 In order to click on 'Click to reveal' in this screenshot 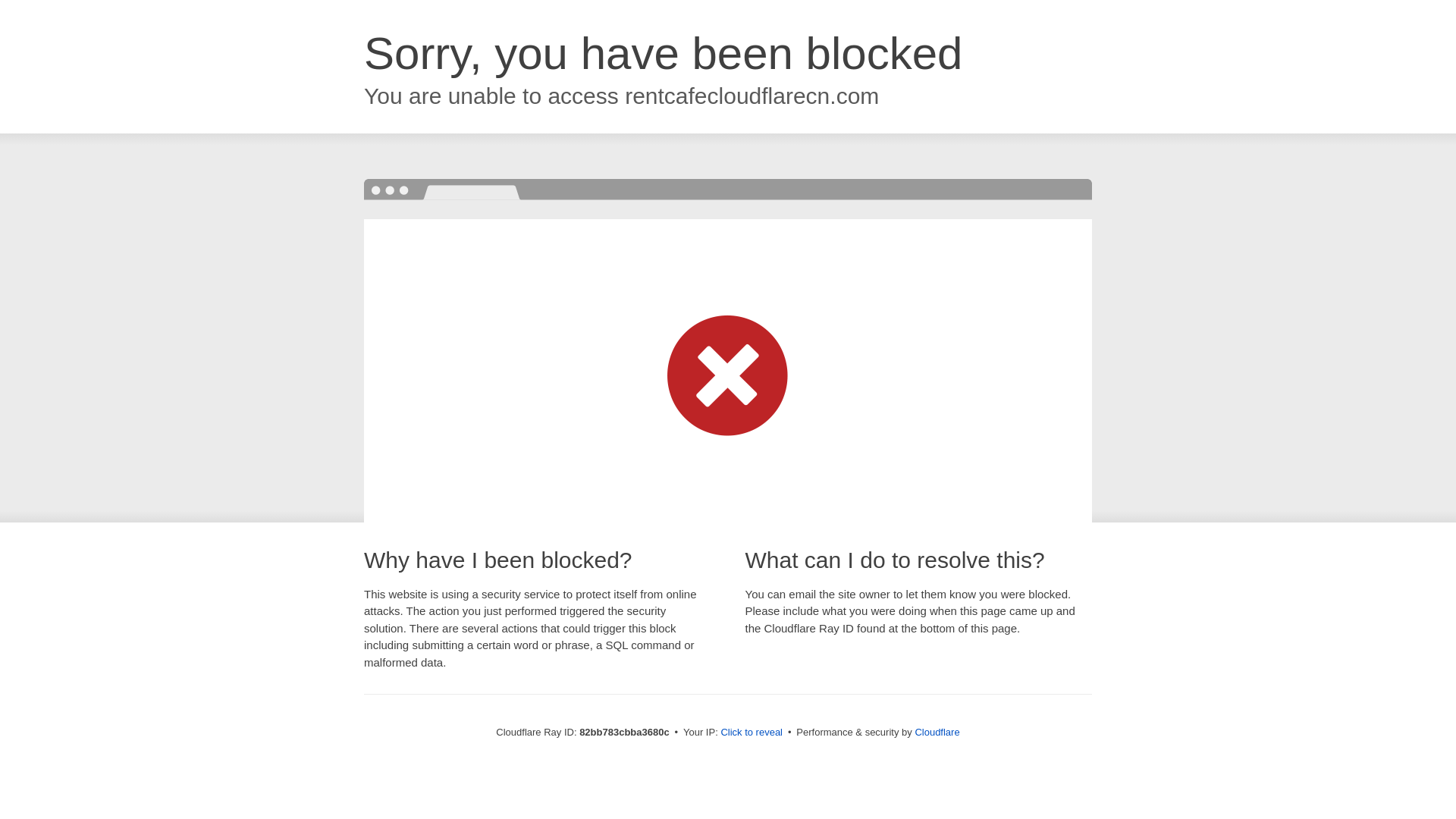, I will do `click(751, 731)`.